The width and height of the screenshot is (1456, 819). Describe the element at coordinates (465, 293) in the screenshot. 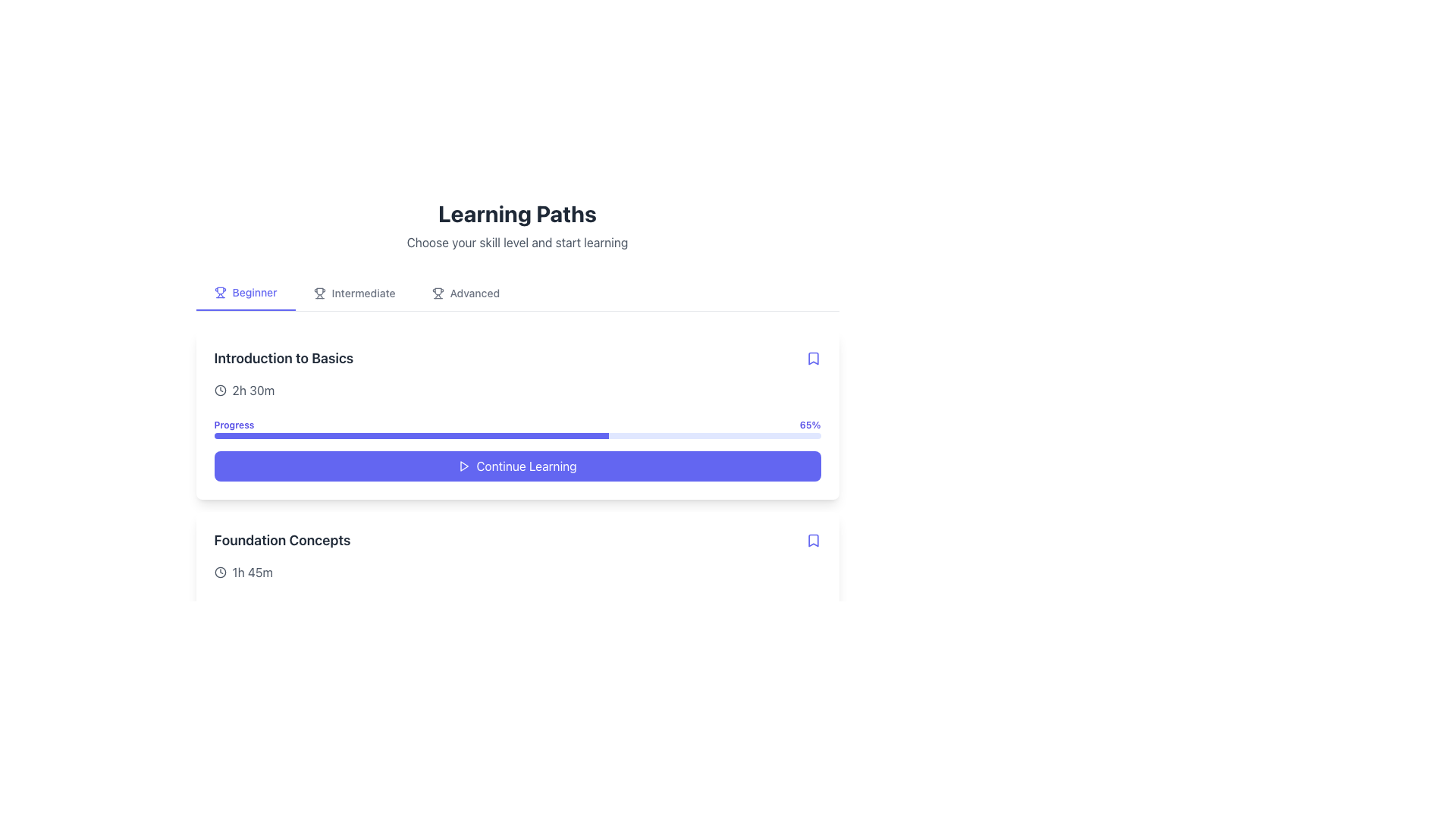

I see `the 'Advanced' button, which features a trophy icon and adjacent gray text` at that location.